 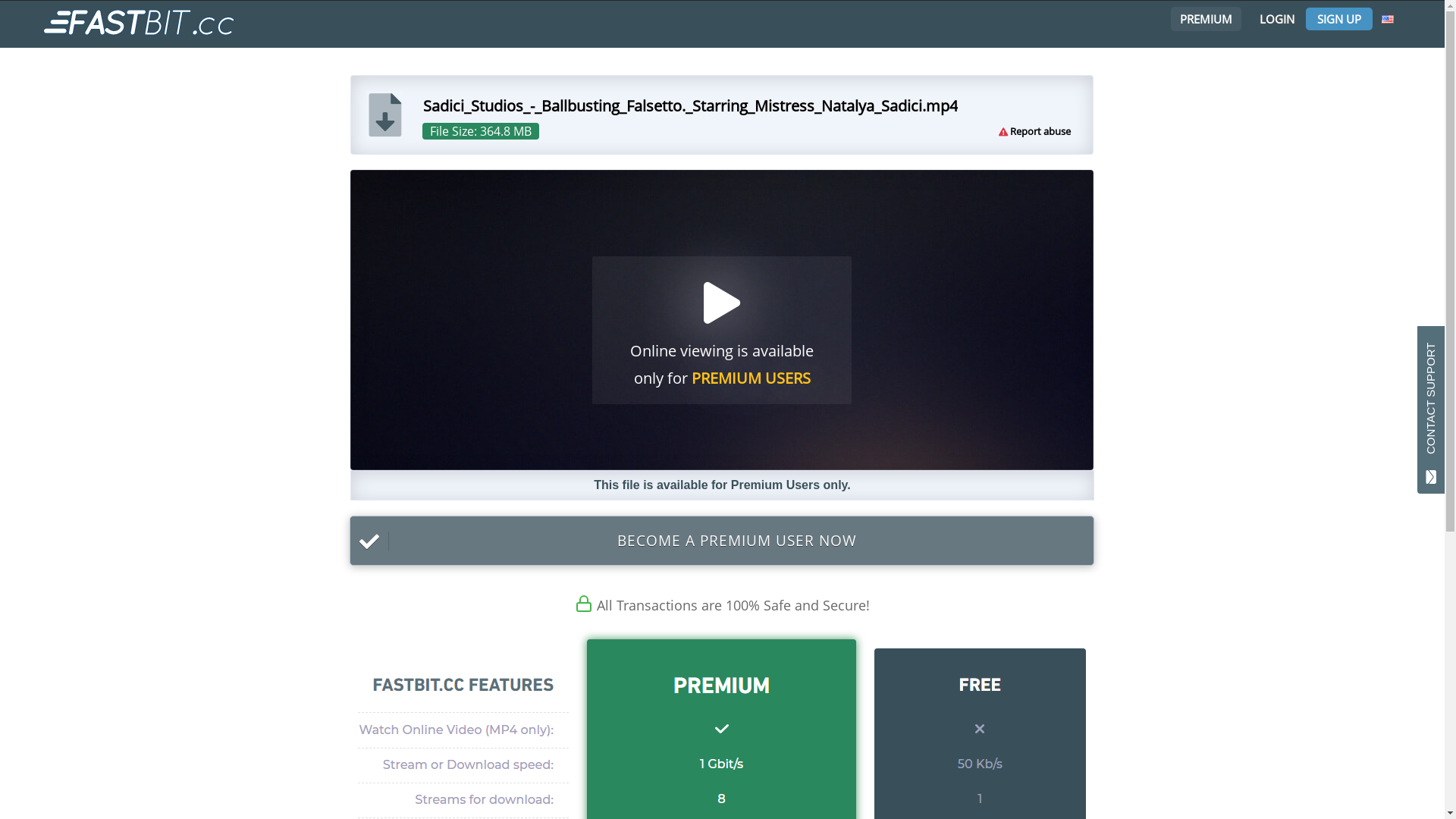 I want to click on 'LOGIN', so click(x=1276, y=18).